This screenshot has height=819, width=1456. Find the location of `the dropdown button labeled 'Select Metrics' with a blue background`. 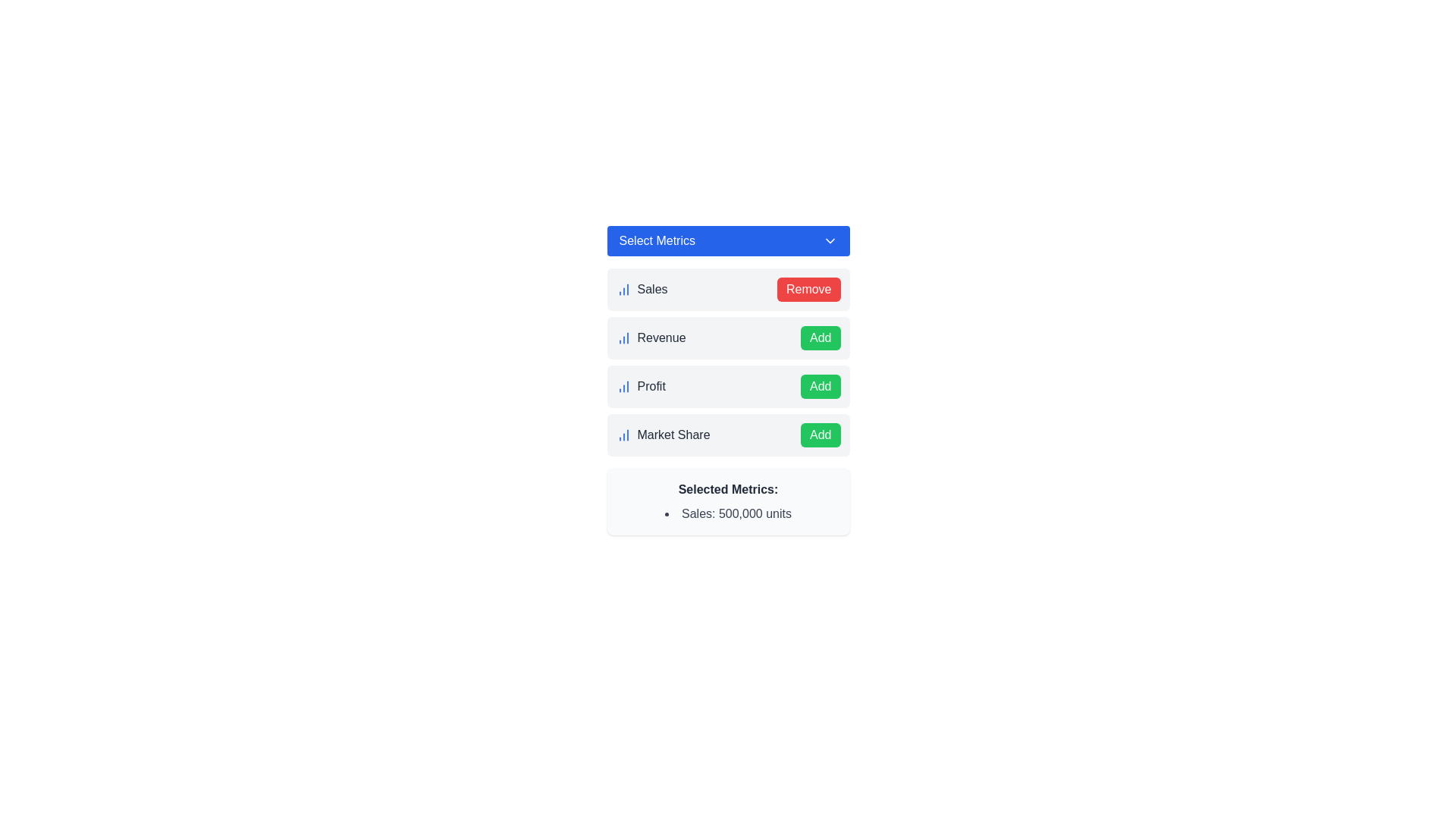

the dropdown button labeled 'Select Metrics' with a blue background is located at coordinates (728, 240).